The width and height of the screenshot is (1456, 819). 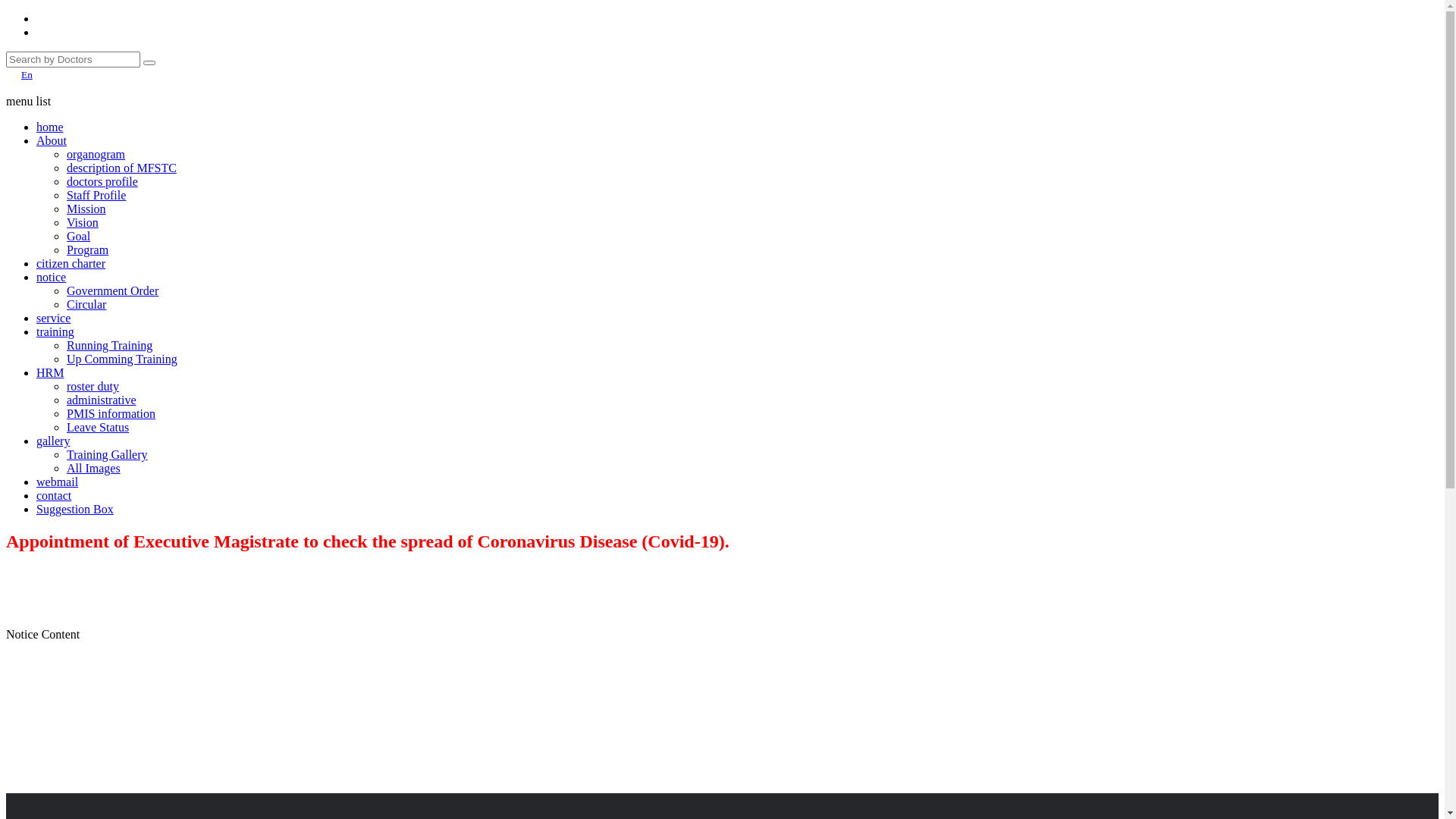 What do you see at coordinates (36, 372) in the screenshot?
I see `'HRM'` at bounding box center [36, 372].